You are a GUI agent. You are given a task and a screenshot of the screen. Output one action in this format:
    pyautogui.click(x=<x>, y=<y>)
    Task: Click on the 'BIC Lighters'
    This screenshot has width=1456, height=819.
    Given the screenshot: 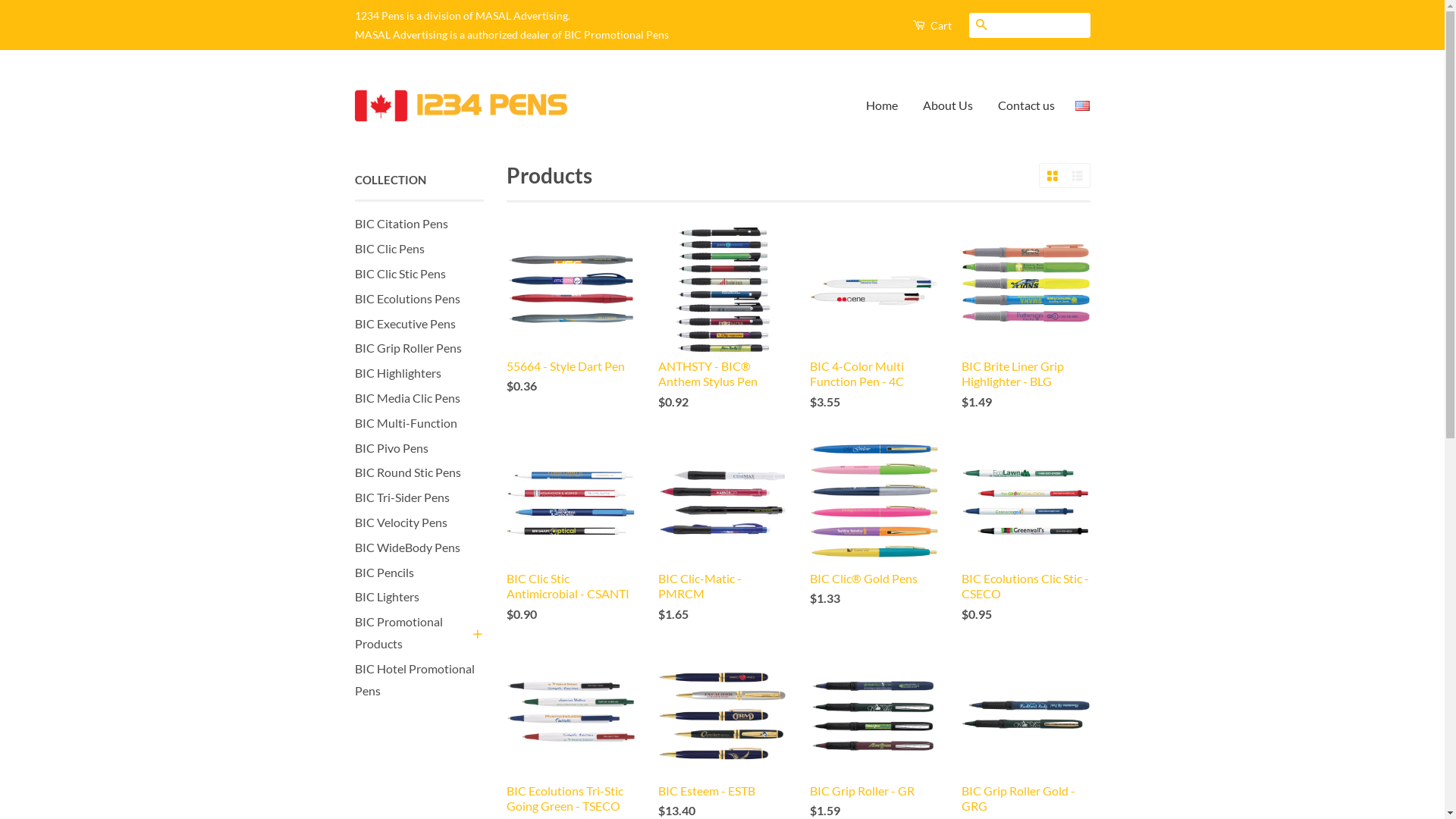 What is the action you would take?
    pyautogui.click(x=387, y=595)
    